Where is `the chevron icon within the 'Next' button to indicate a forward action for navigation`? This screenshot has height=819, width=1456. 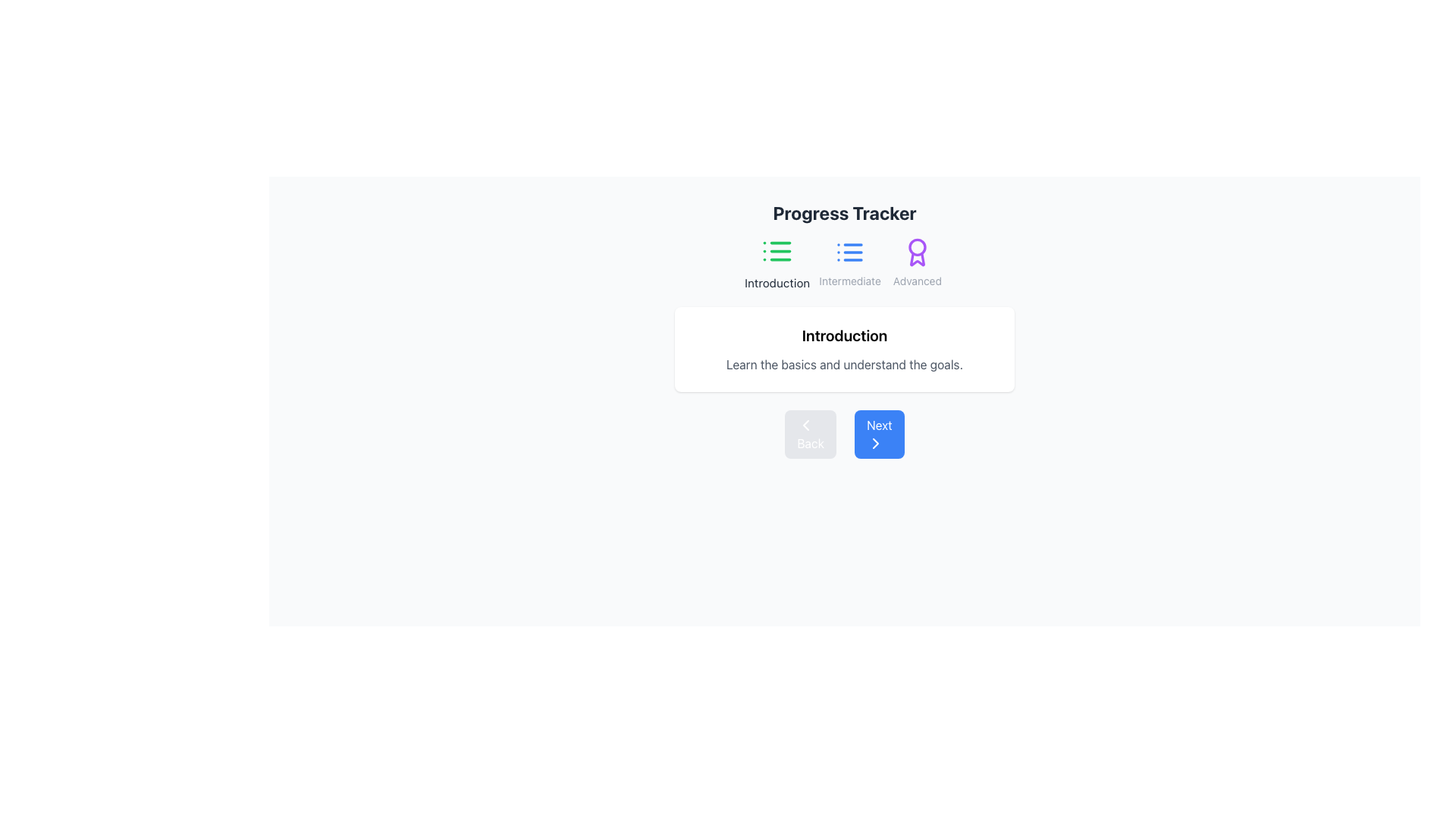
the chevron icon within the 'Next' button to indicate a forward action for navigation is located at coordinates (876, 444).